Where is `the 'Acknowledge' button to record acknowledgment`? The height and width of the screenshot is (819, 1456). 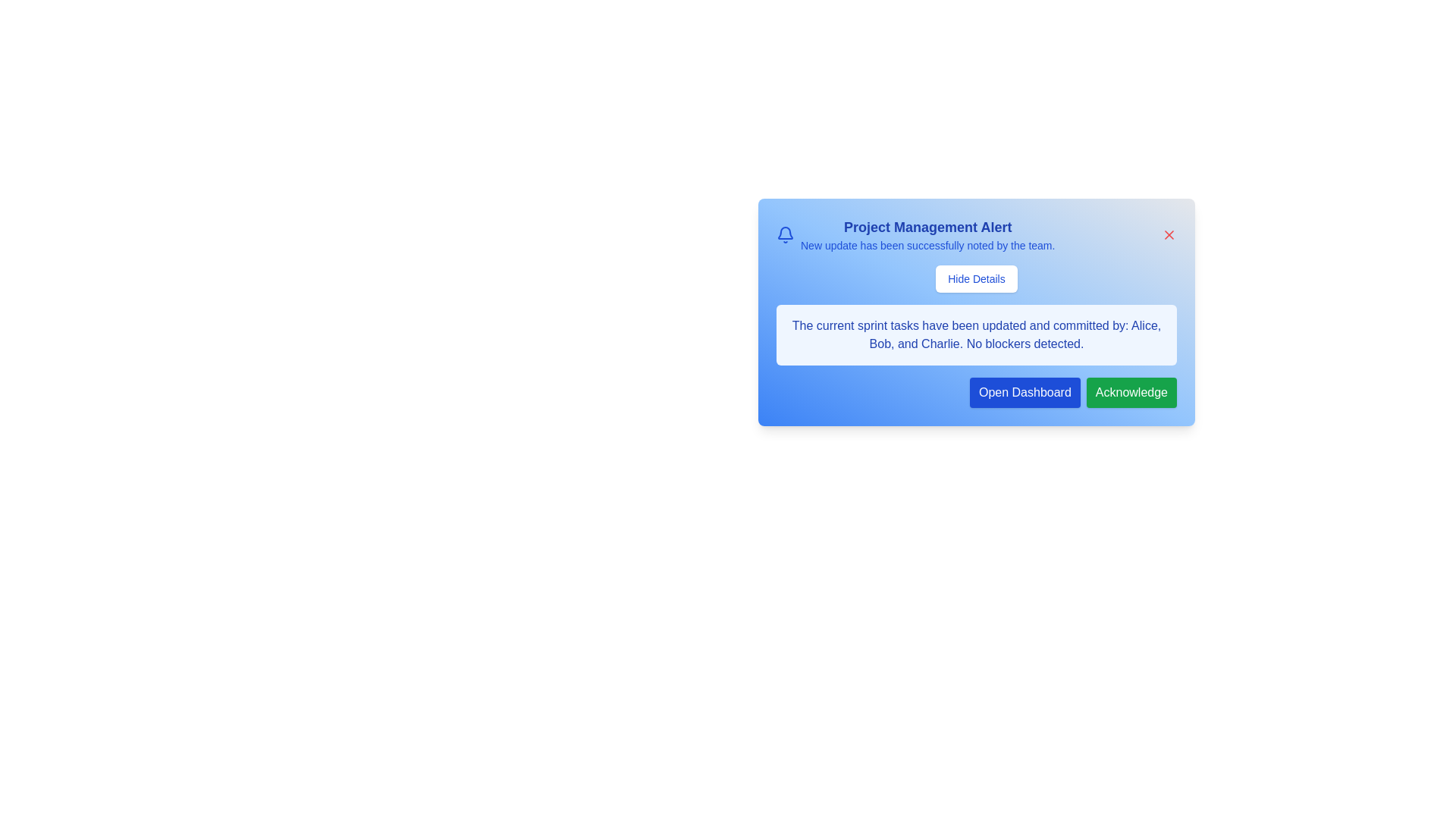 the 'Acknowledge' button to record acknowledgment is located at coordinates (1131, 391).